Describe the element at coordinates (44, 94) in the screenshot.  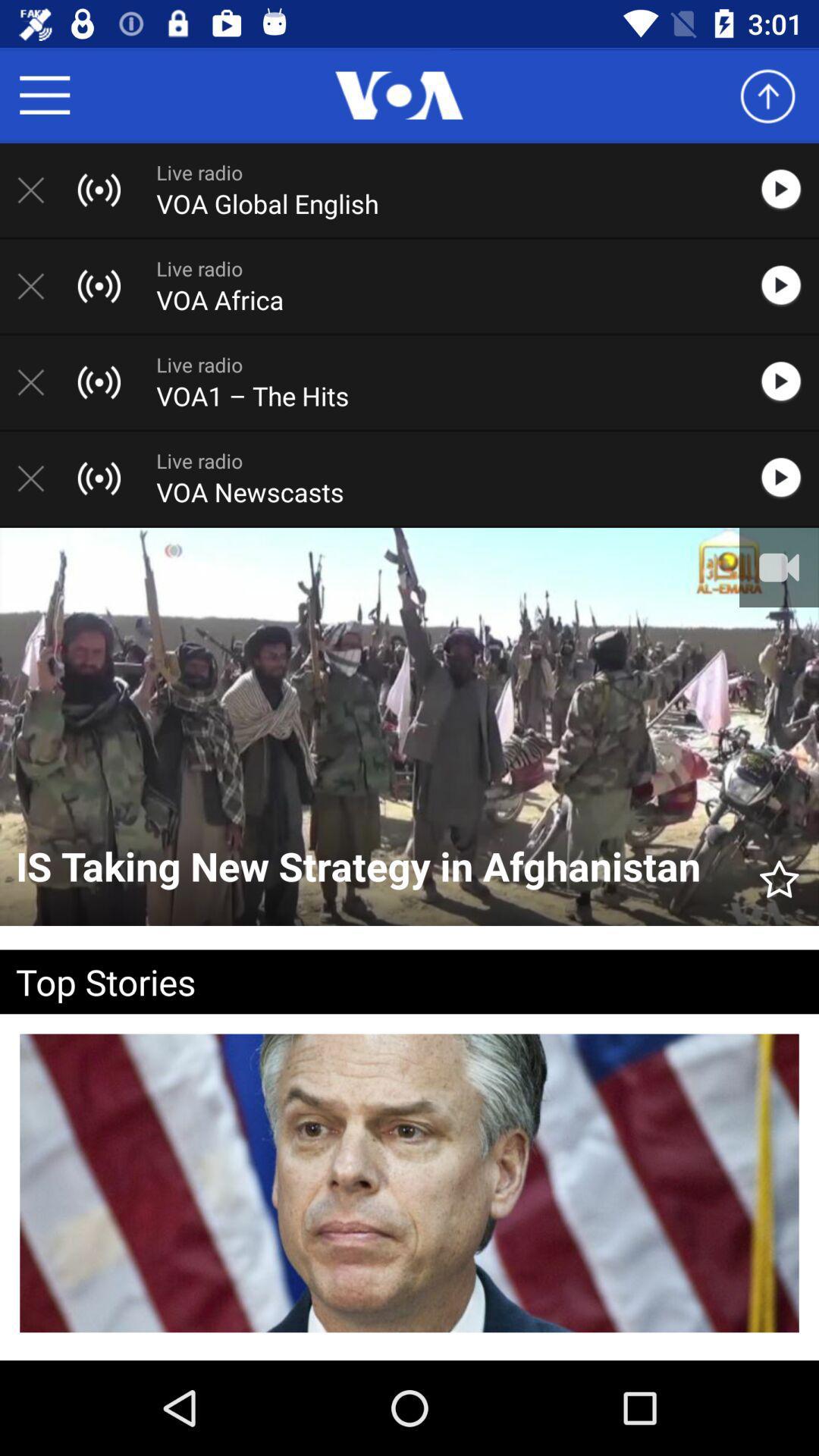
I see `options` at that location.